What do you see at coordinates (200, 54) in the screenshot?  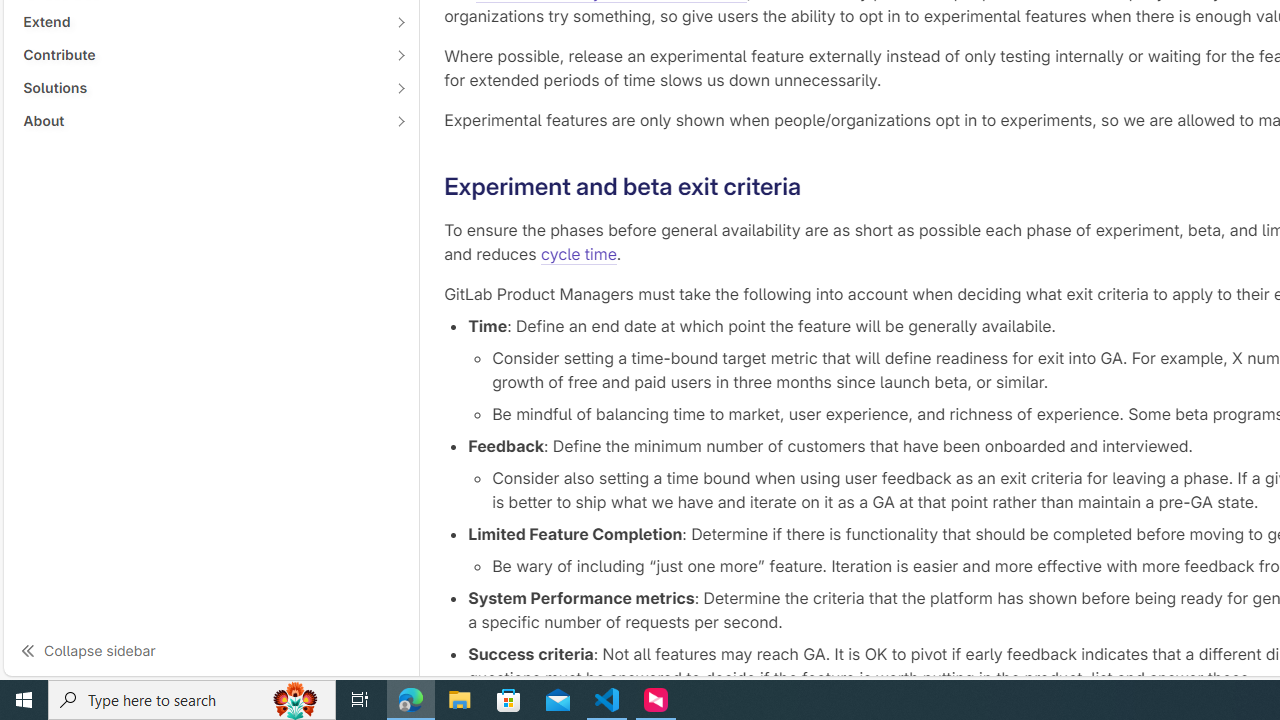 I see `'Contribute'` at bounding box center [200, 54].